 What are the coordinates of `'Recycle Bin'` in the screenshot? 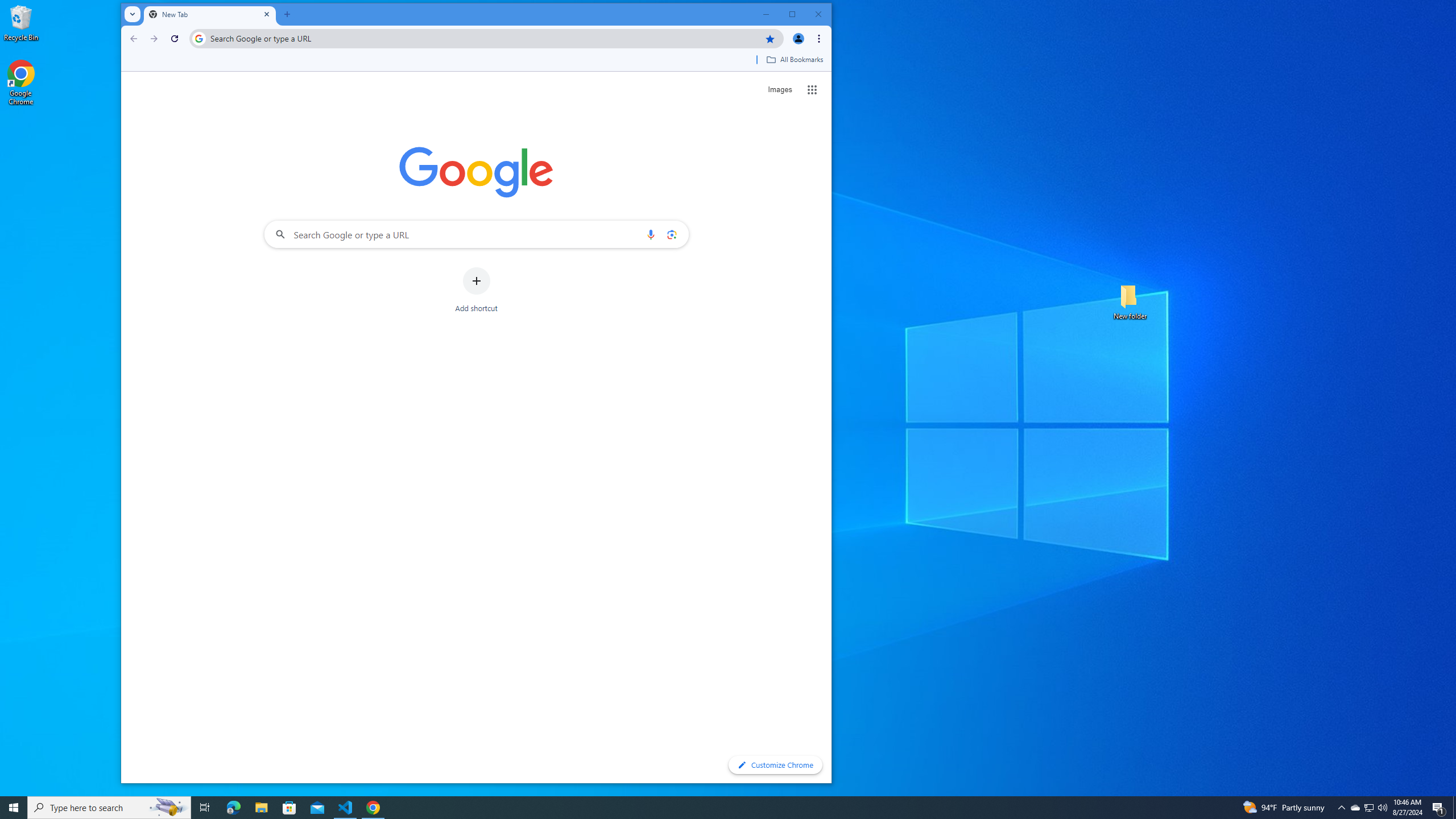 It's located at (20, 22).